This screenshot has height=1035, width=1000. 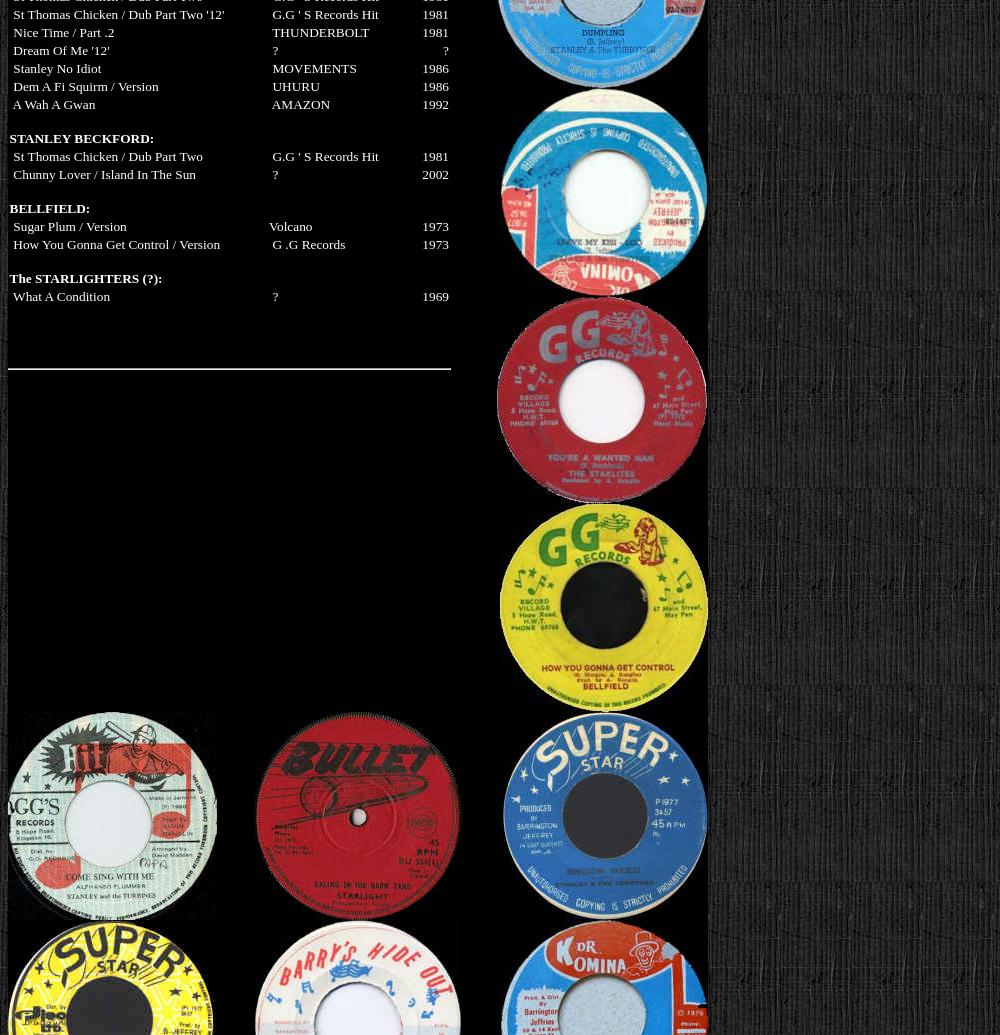 I want to click on 'How You Gonna 
					Get Control / Version', so click(x=114, y=243).